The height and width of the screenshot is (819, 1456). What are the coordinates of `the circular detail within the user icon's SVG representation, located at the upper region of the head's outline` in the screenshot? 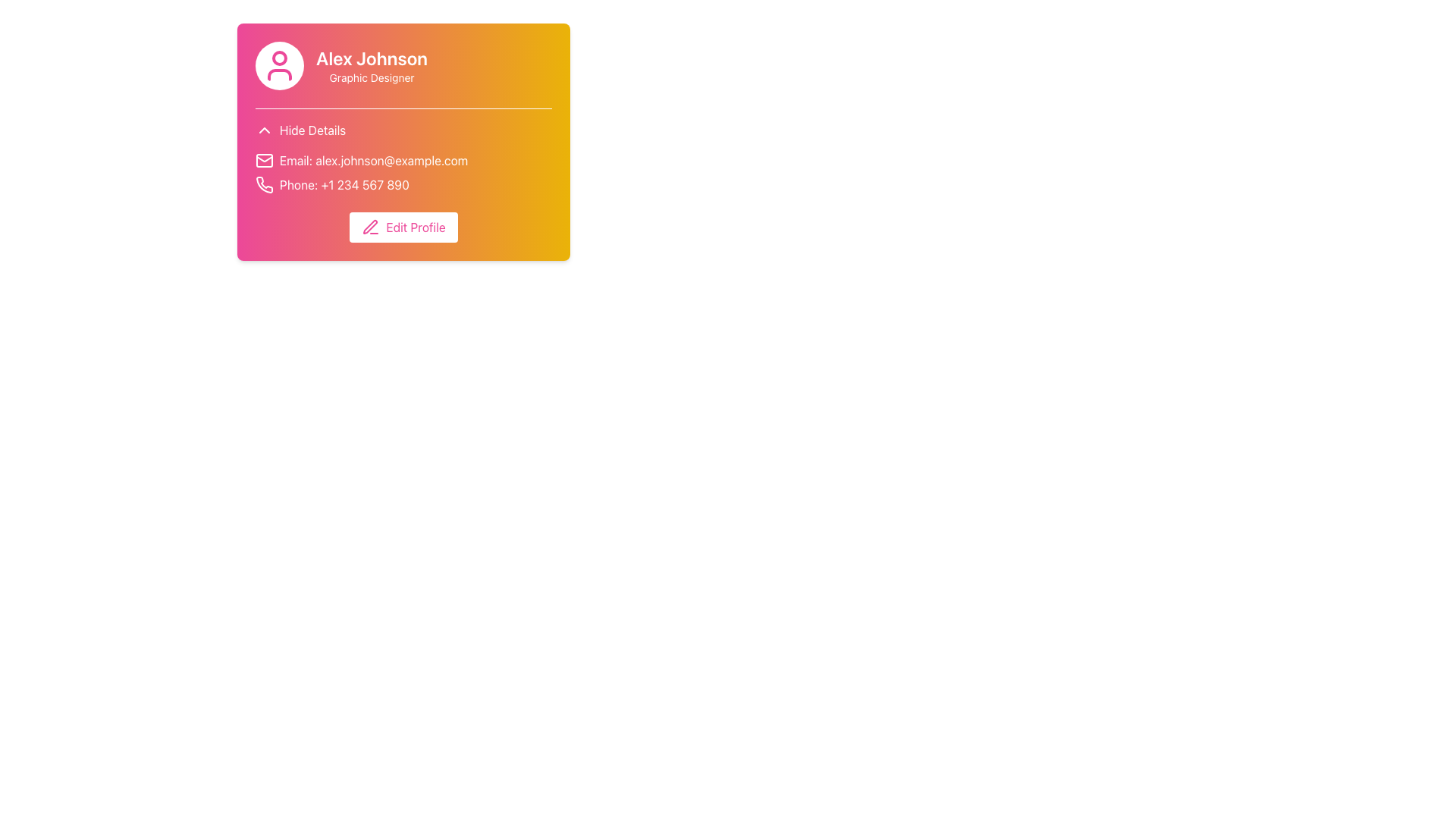 It's located at (280, 58).